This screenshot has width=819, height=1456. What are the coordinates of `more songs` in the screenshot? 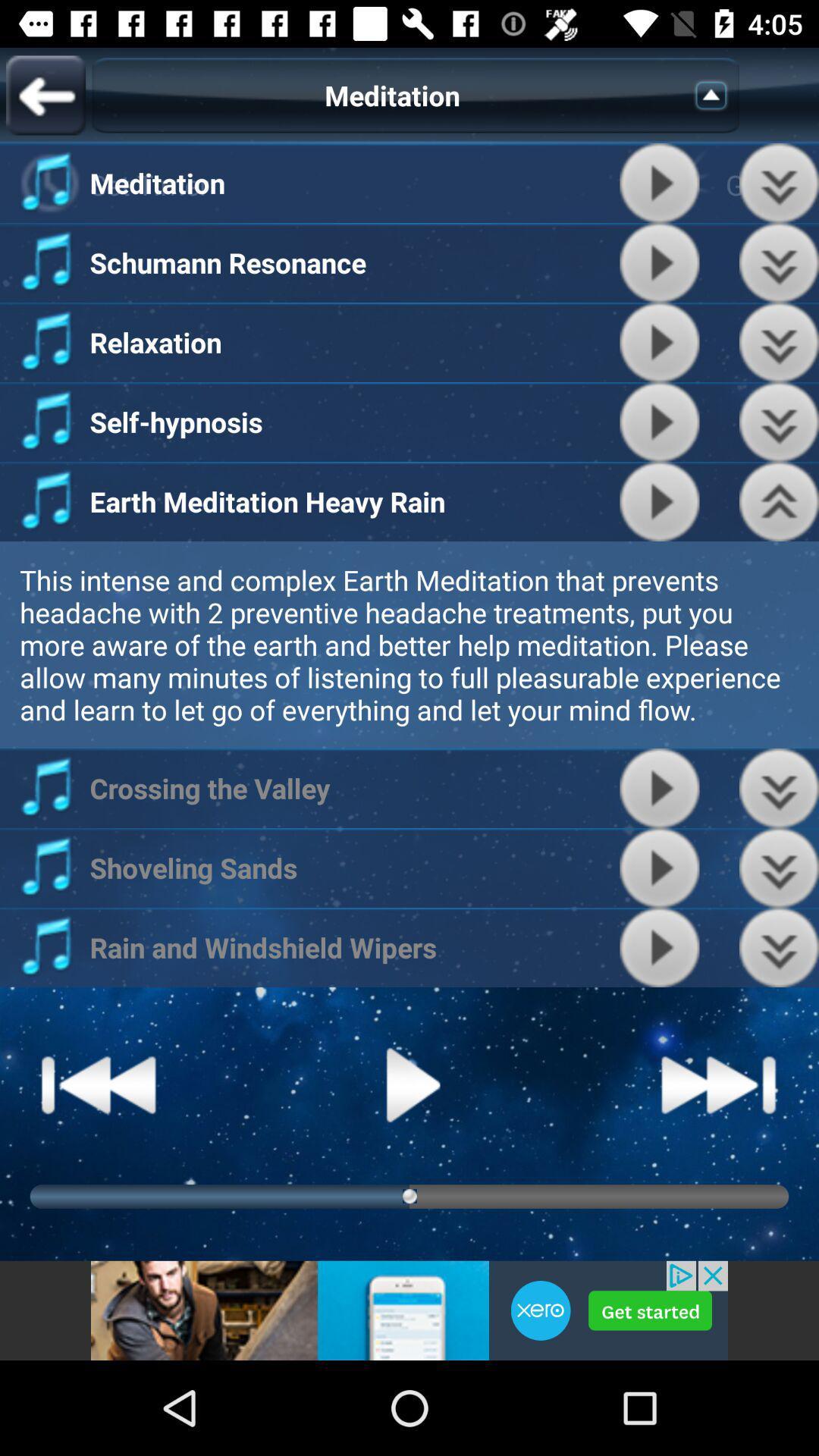 It's located at (779, 868).